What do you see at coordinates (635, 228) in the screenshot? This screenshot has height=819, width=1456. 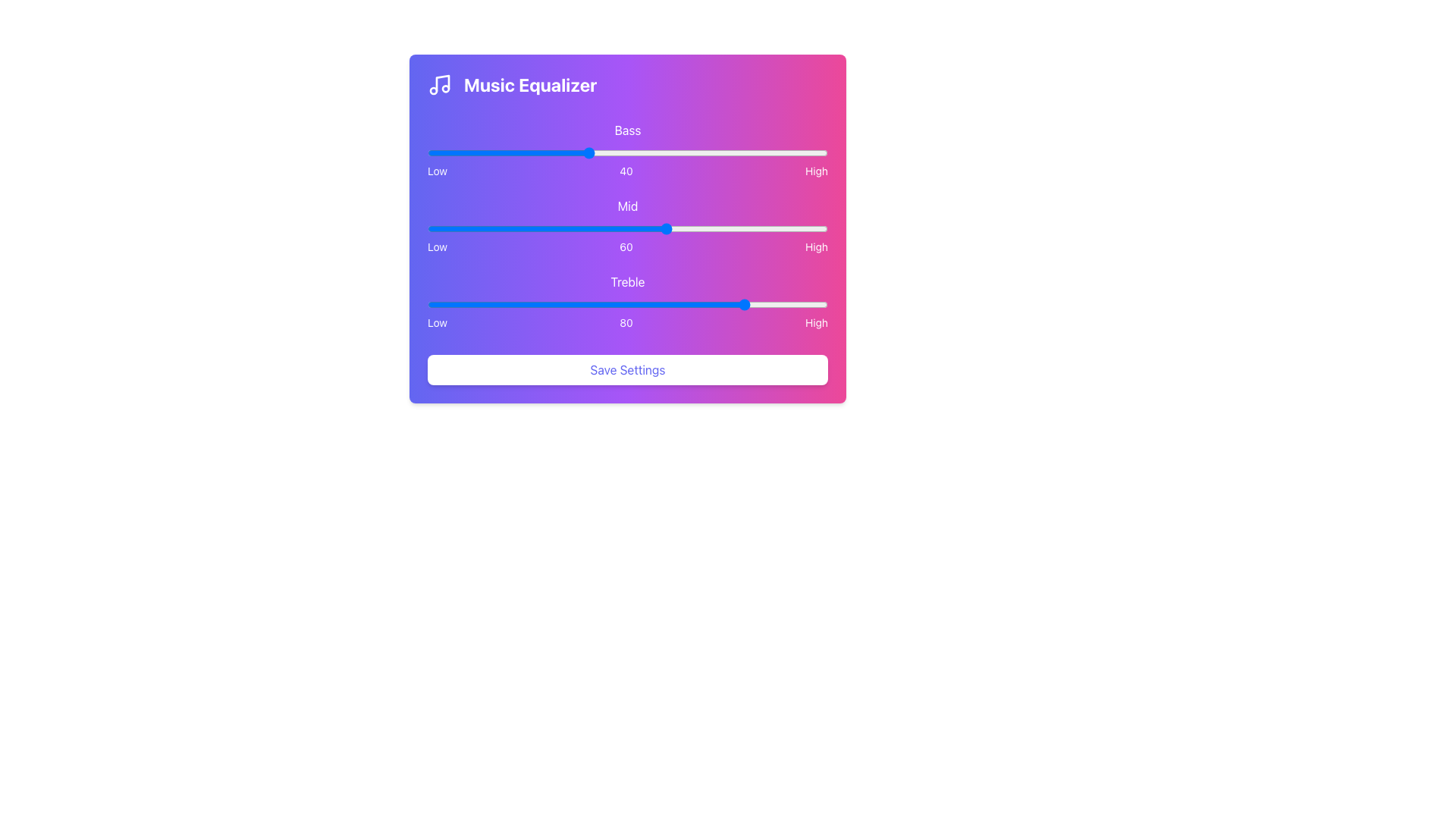 I see `the 'Mid' slider` at bounding box center [635, 228].